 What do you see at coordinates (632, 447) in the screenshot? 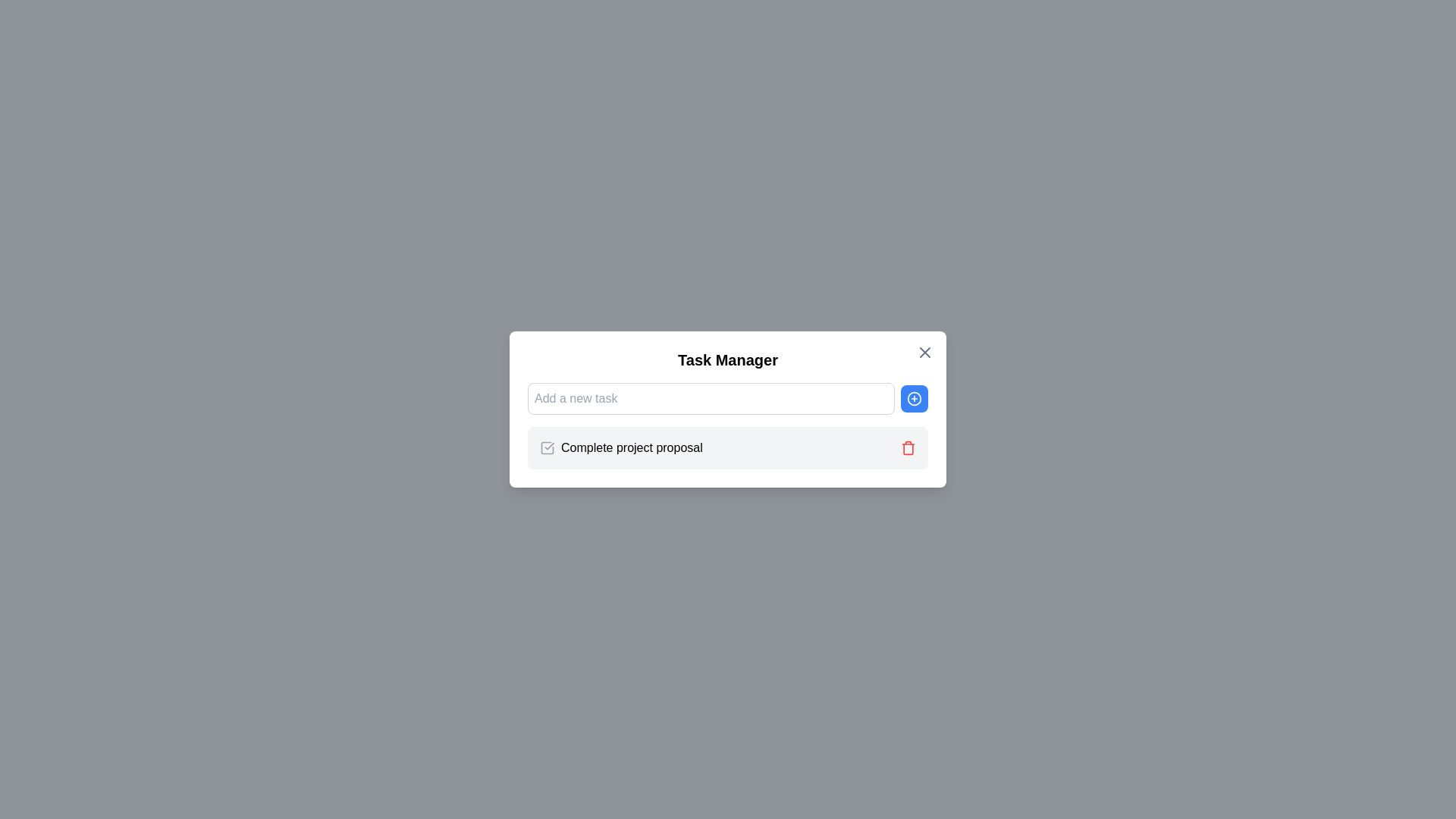
I see `the text label displaying 'Complete project proposal', which is positioned between a checkbox icon and a trash icon in the task manager box` at bounding box center [632, 447].